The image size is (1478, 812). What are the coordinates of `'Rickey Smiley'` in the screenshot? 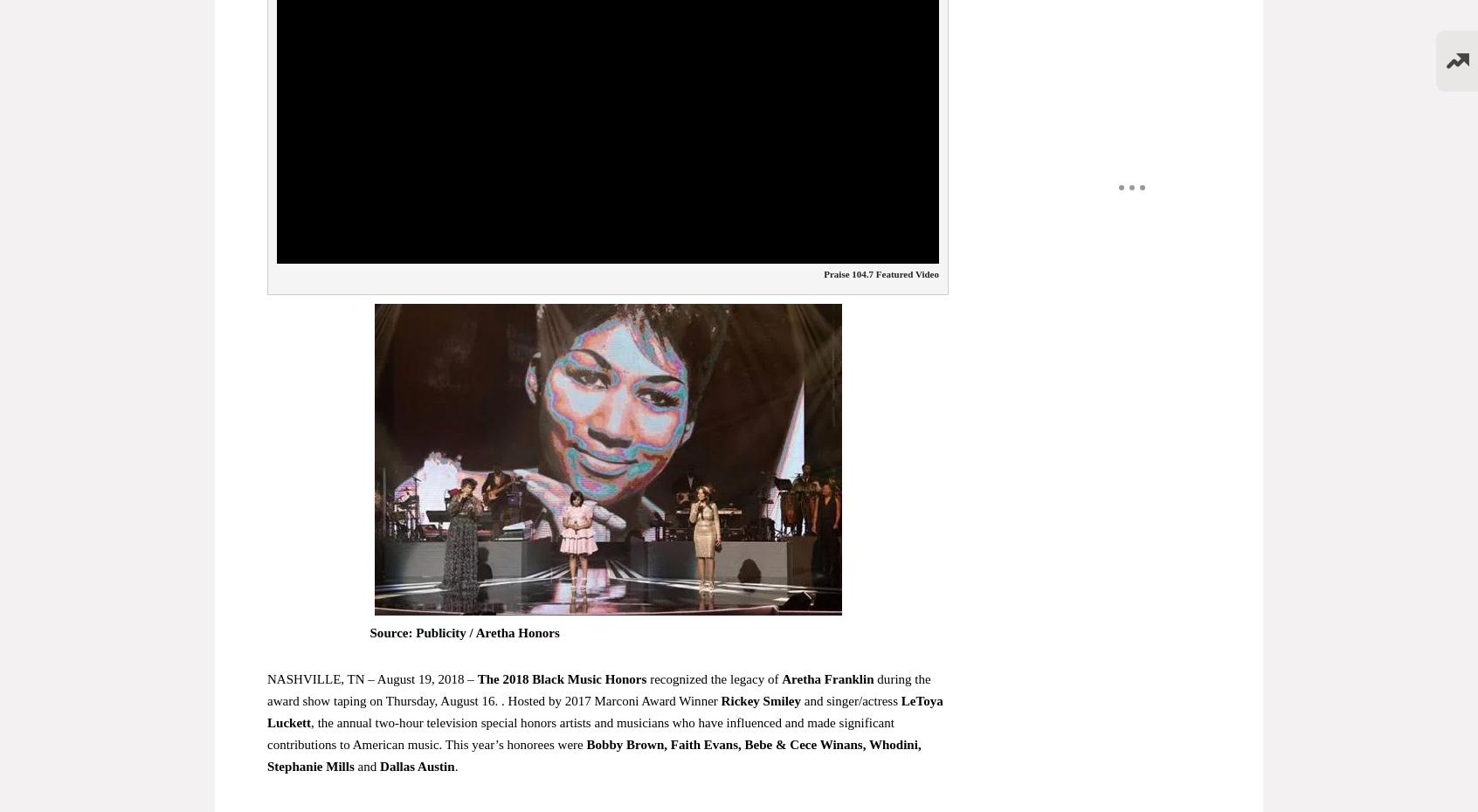 It's located at (760, 699).